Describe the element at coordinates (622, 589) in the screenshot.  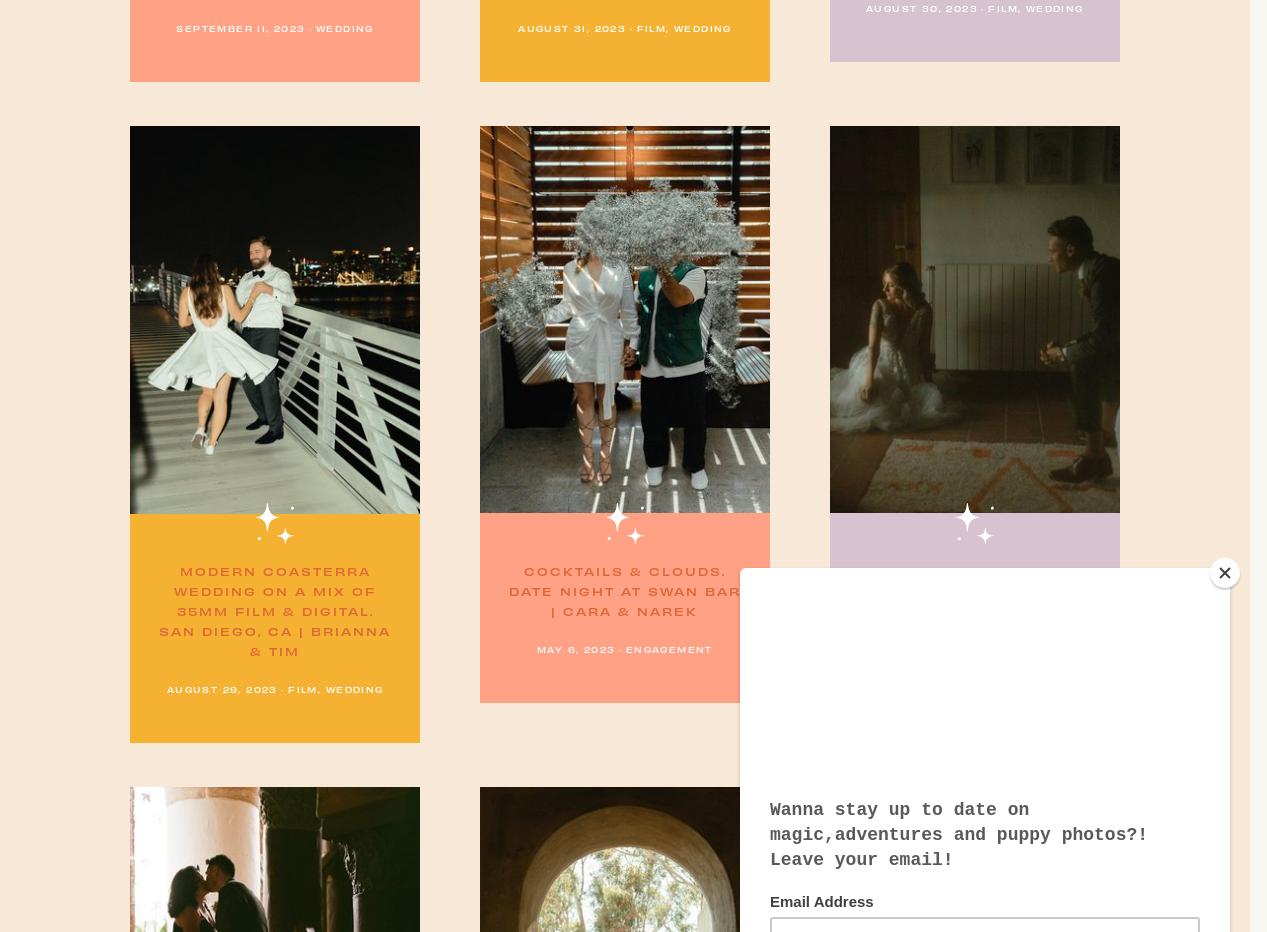
I see `'Cocktails & Clouds. Date Night at Swan Bar | Cara & Narek'` at that location.